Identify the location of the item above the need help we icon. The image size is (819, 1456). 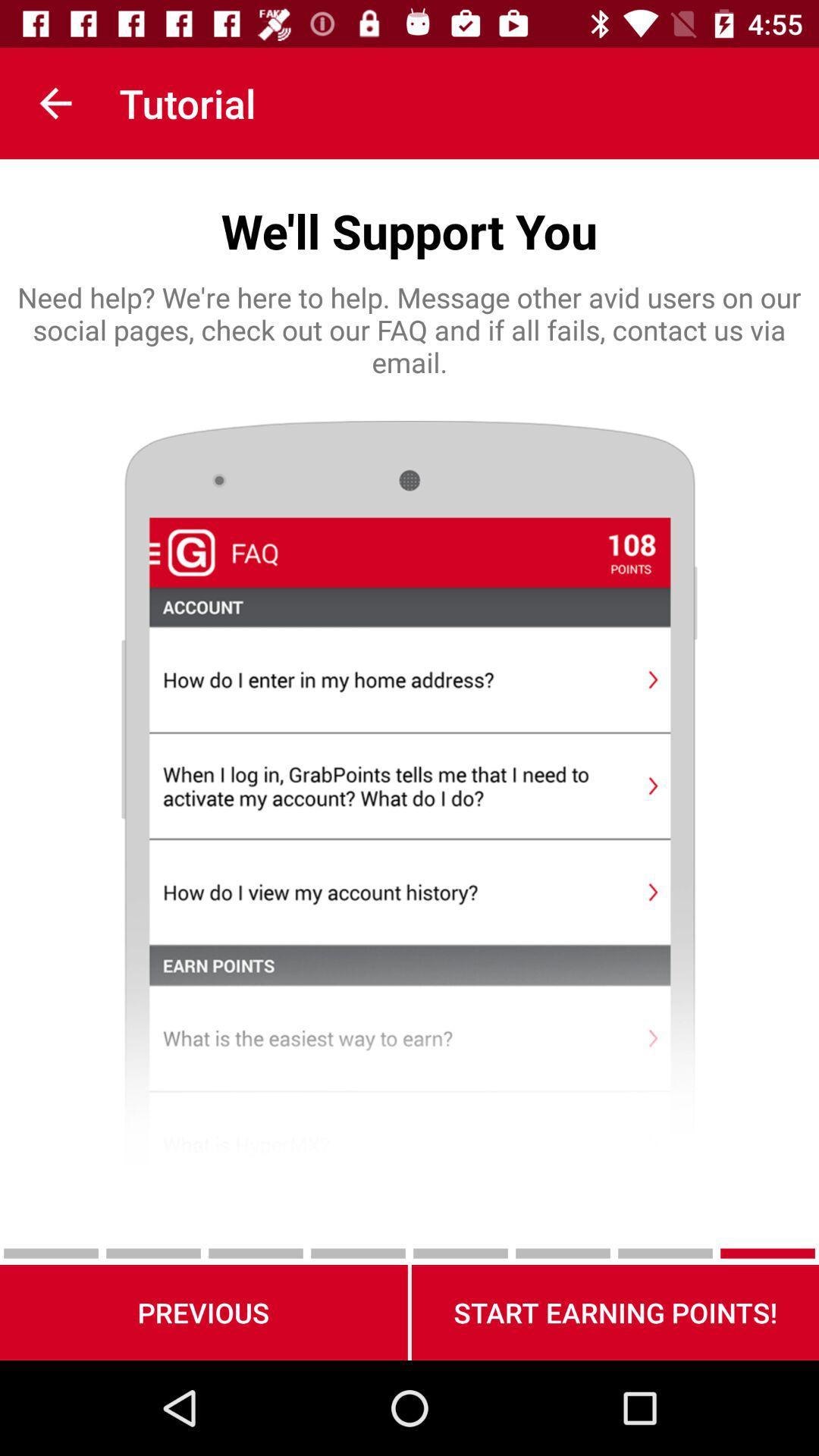
(55, 102).